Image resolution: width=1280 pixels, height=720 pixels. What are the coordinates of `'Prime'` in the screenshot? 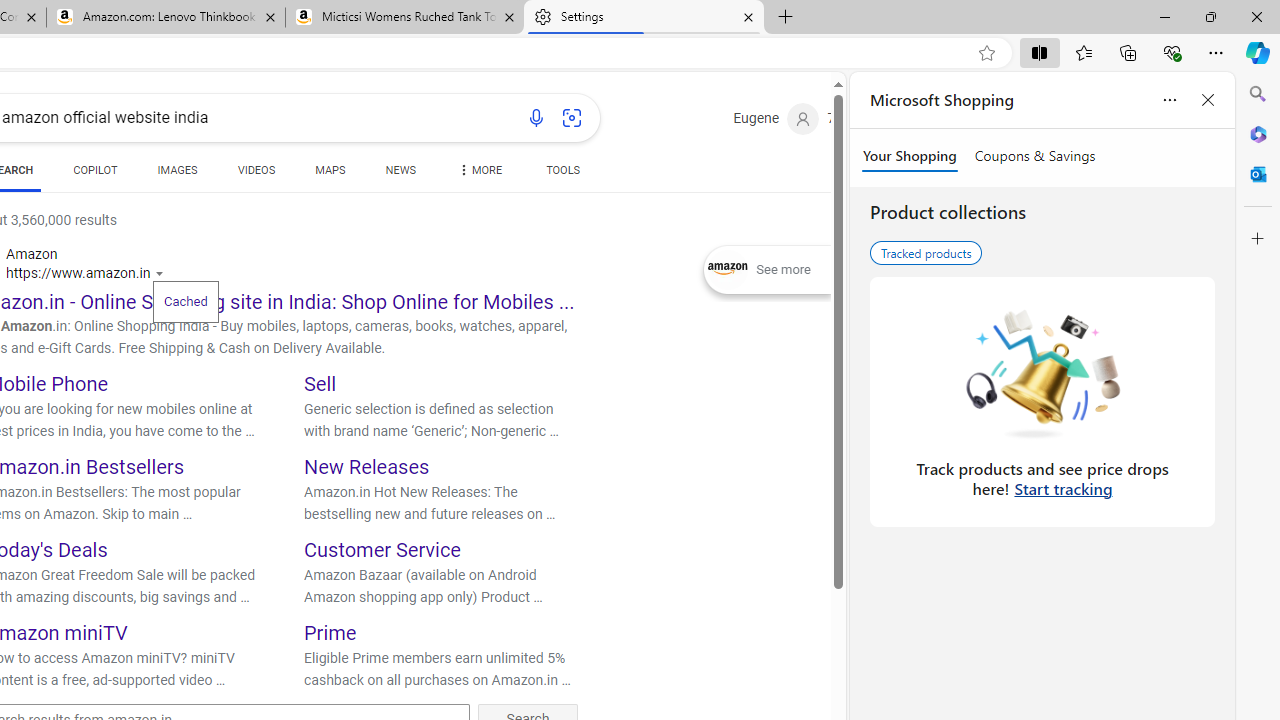 It's located at (330, 632).